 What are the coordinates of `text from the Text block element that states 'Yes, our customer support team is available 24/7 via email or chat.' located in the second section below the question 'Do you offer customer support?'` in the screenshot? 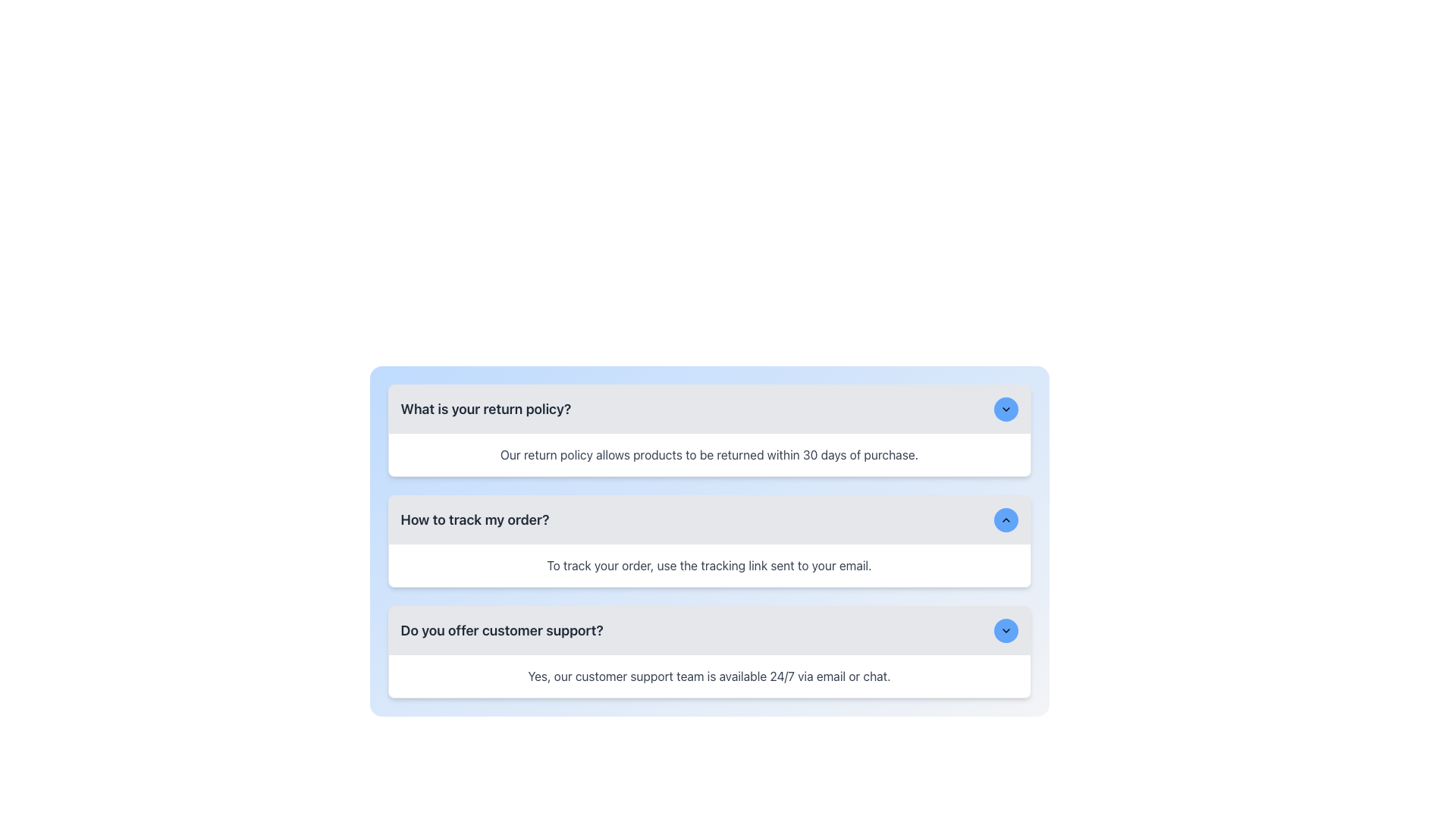 It's located at (708, 675).